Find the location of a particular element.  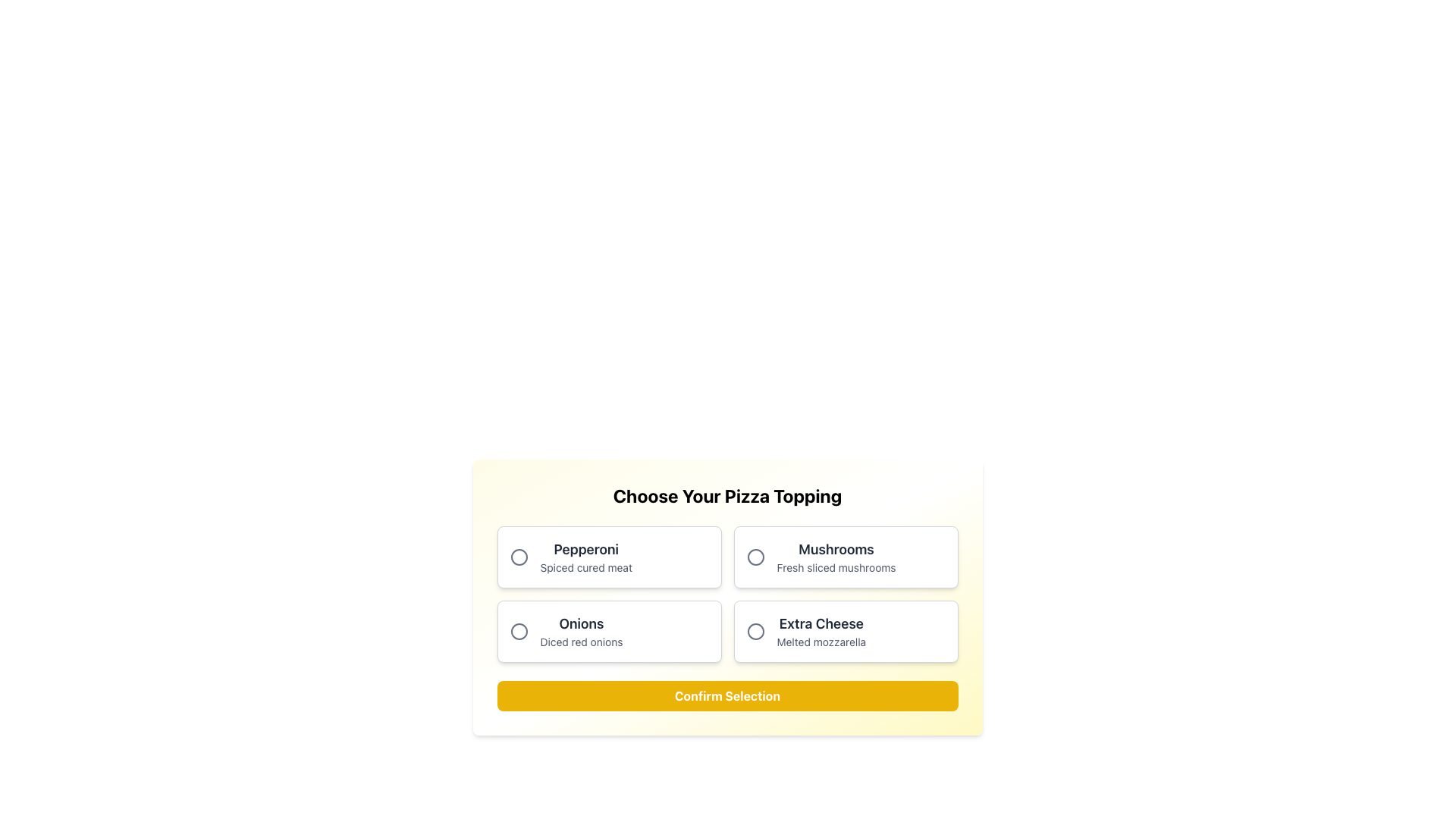

the 'Extra Cheese' Selectable Option Card located at the bottom right of the grid is located at coordinates (845, 632).